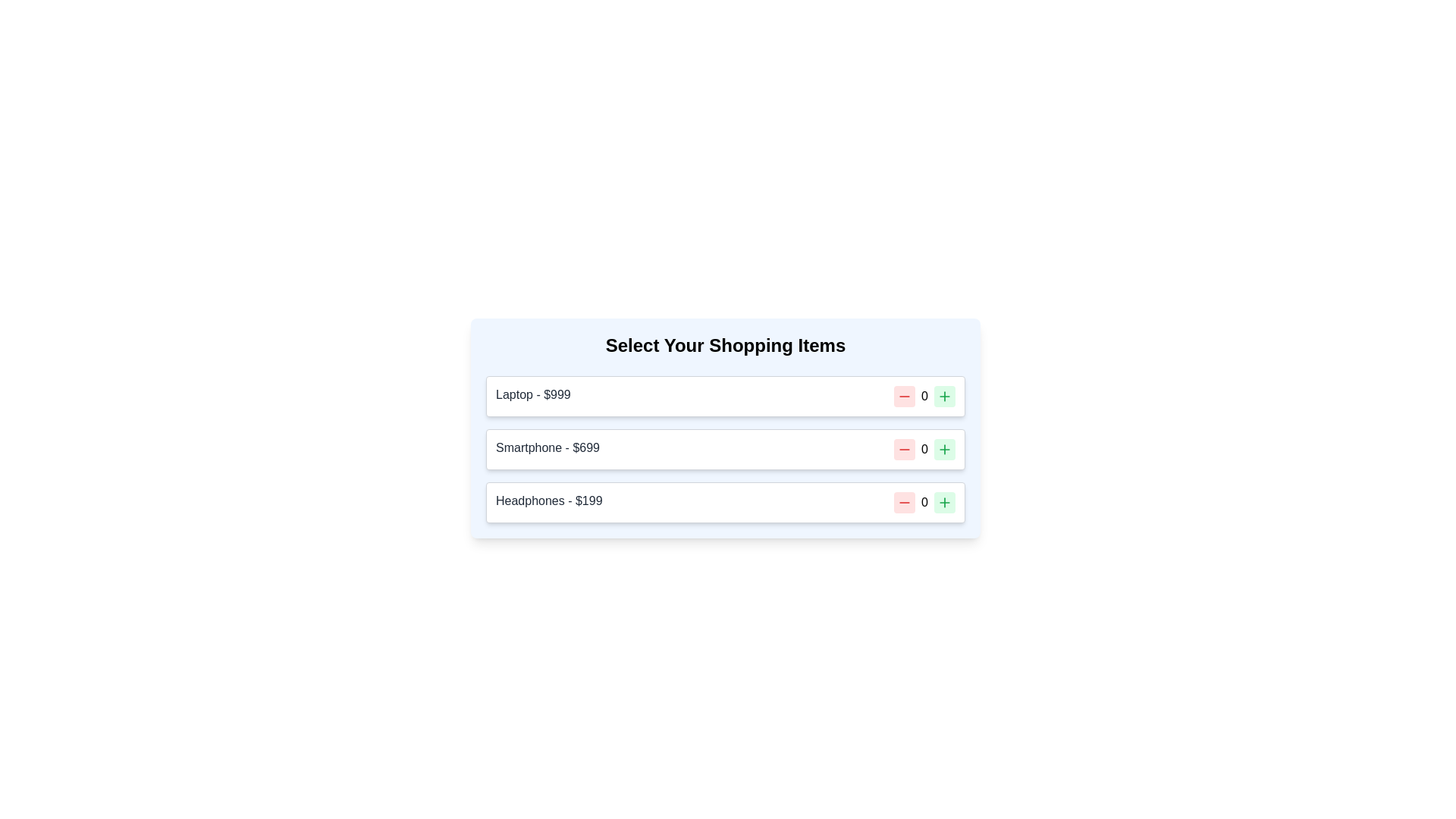 This screenshot has height=819, width=1456. I want to click on the Text Label that identifies the product and its price, located at the top of the first shopping item layout, so click(533, 396).